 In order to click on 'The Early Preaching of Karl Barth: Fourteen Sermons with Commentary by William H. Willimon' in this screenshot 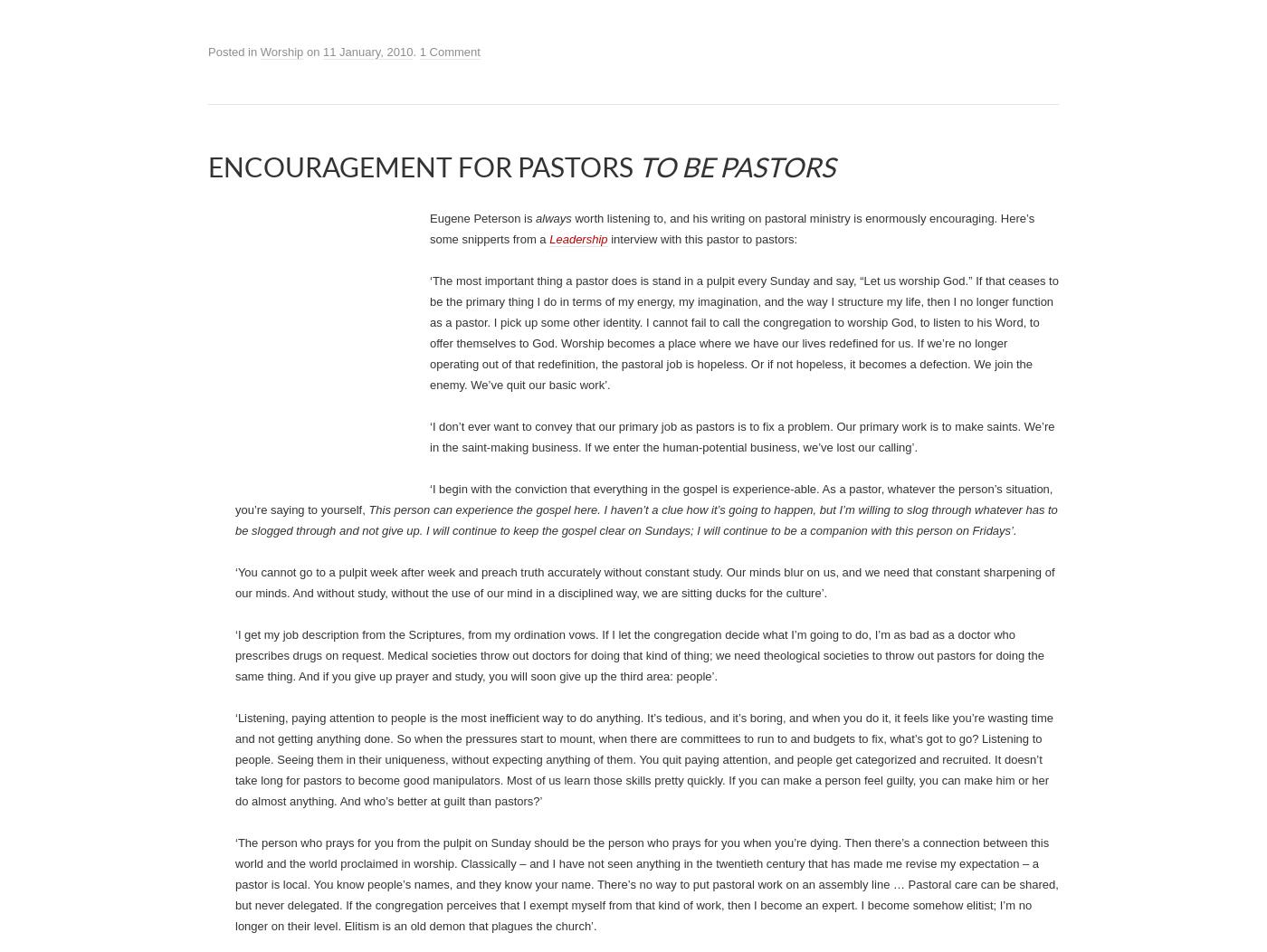, I will do `click(633, 314)`.